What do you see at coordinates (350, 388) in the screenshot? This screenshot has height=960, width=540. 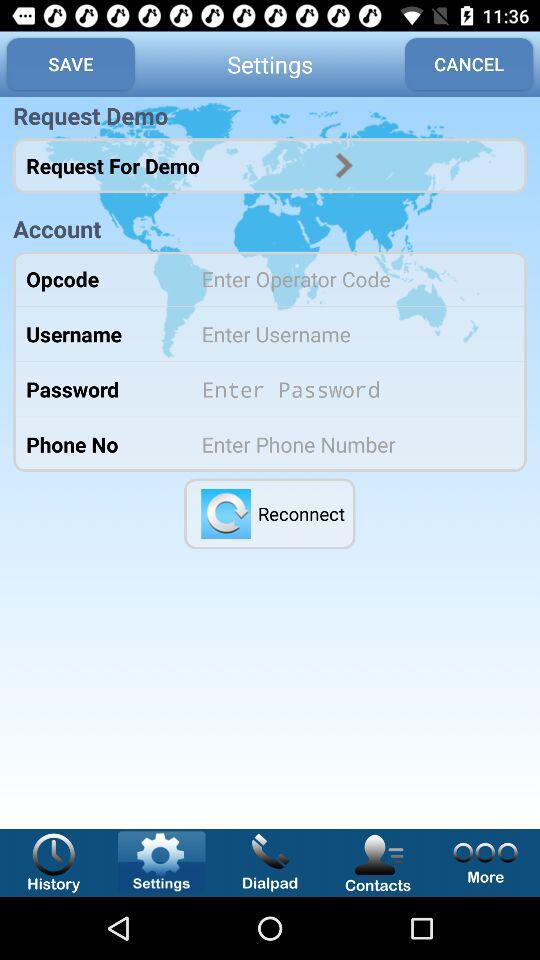 I see `your password` at bounding box center [350, 388].